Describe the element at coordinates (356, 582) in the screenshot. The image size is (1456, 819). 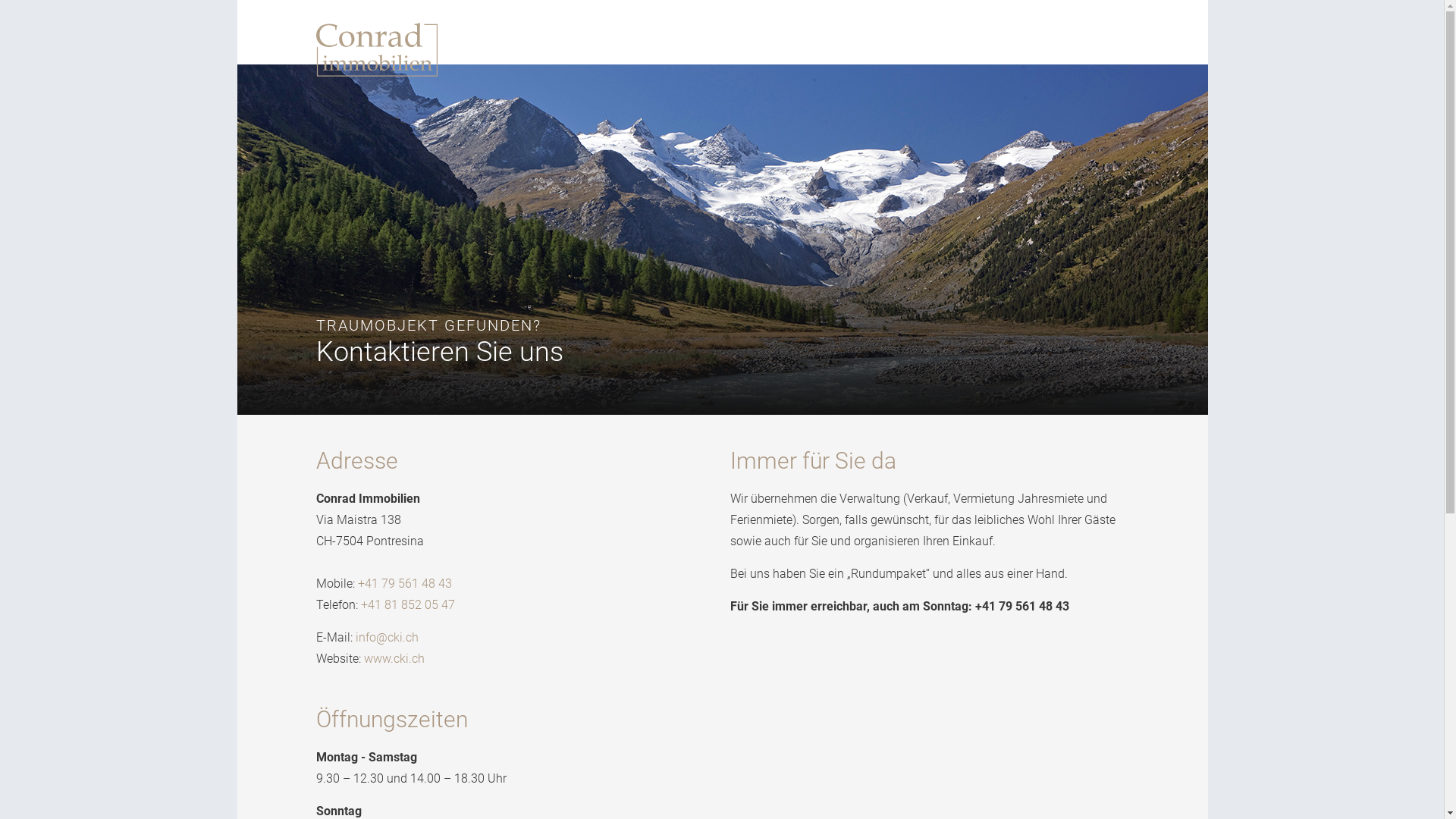
I see `'+41 79 561 48 43'` at that location.